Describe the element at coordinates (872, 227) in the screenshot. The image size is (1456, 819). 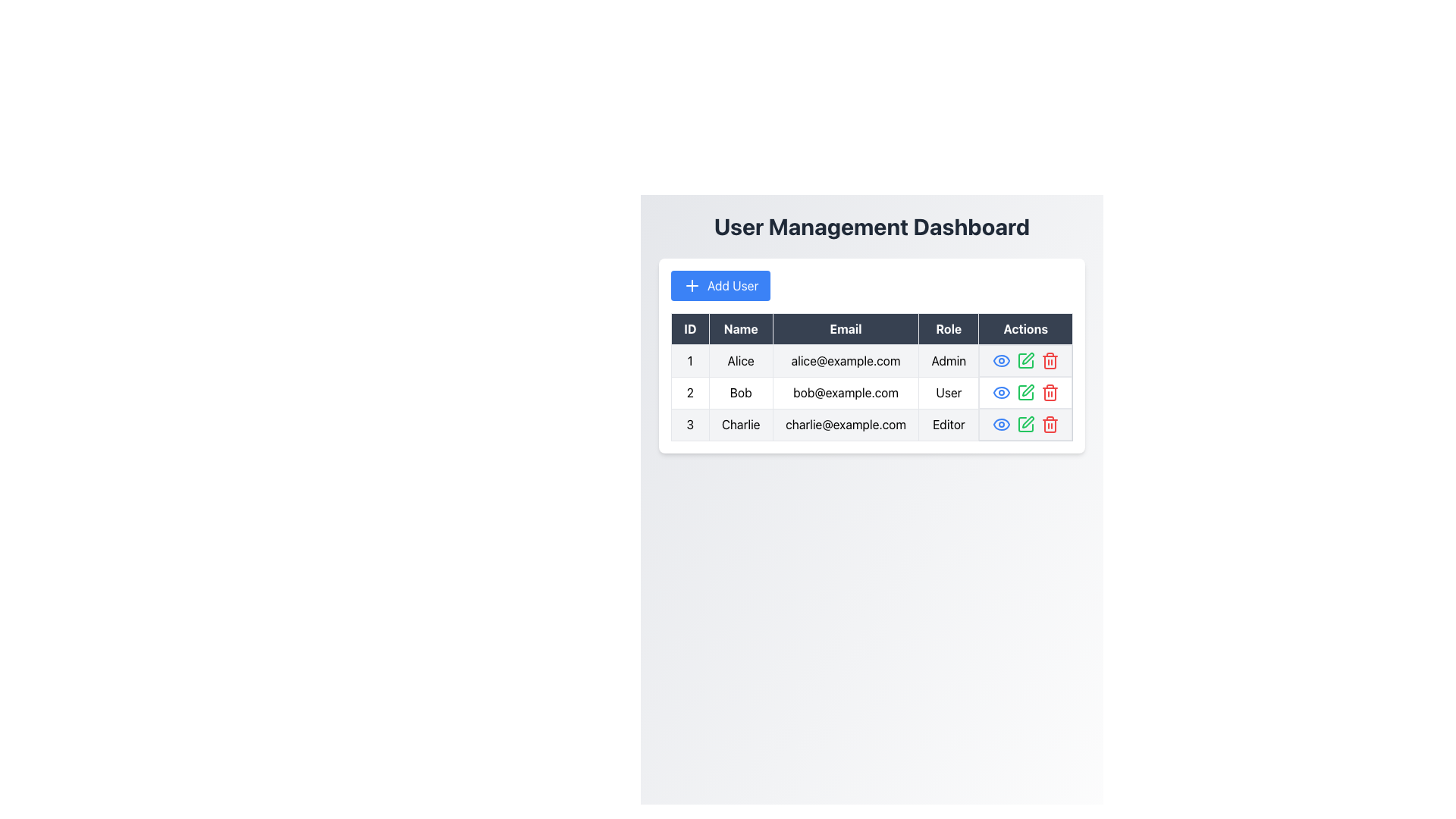
I see `the text header 'User Management Dashboard', which is styled with a bold, large, dark gray font and is located at the top of the interface, centered horizontally above the 'Add User' button and the table` at that location.